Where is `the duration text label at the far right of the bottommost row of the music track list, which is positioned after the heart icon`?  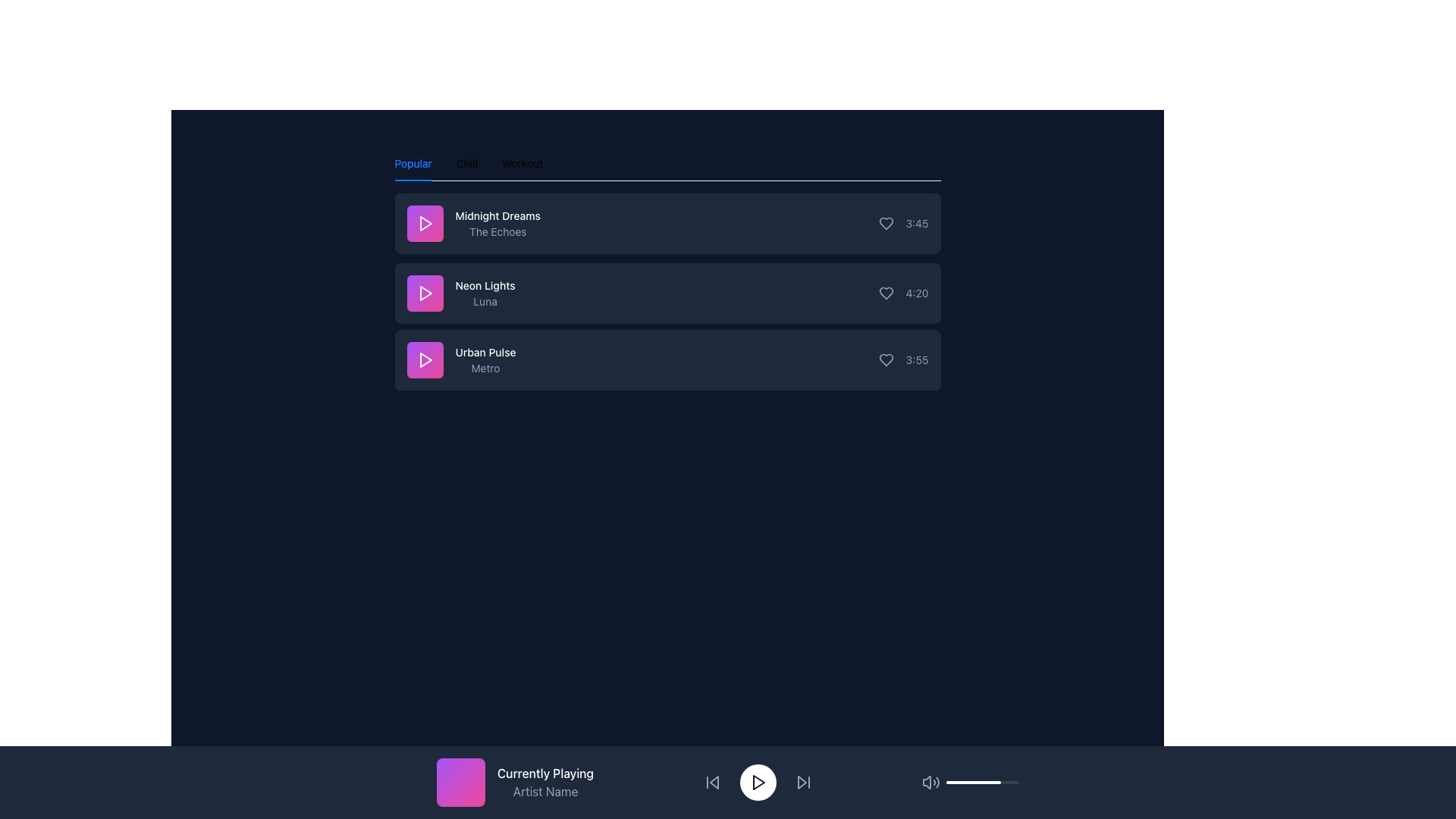
the duration text label at the far right of the bottommost row of the music track list, which is positioned after the heart icon is located at coordinates (916, 359).